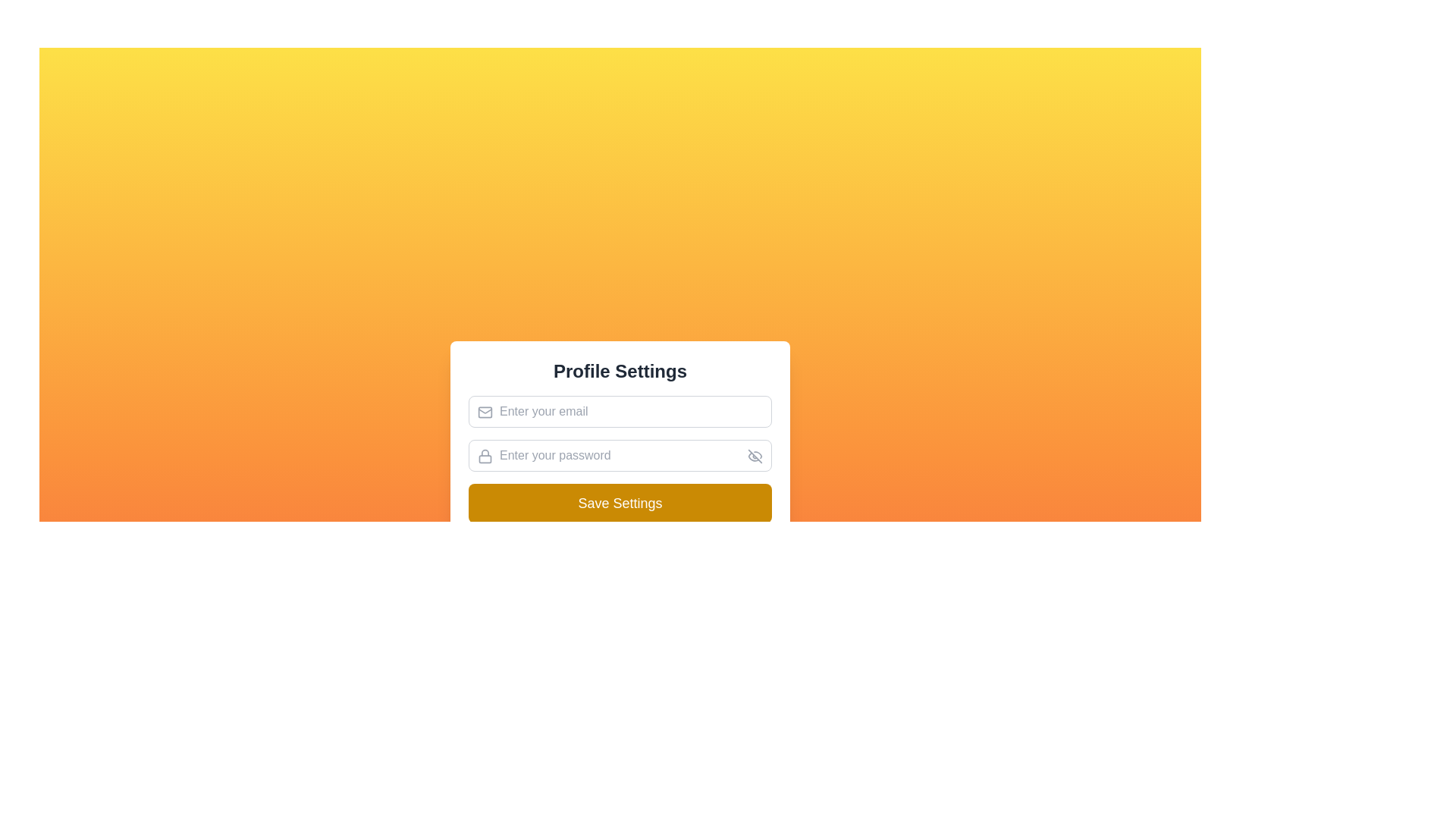  Describe the element at coordinates (484, 412) in the screenshot. I see `the decorative graphical element (rectangular part of the email icon) located at the far left inside the email input field in the 'Profile Settings' section` at that location.